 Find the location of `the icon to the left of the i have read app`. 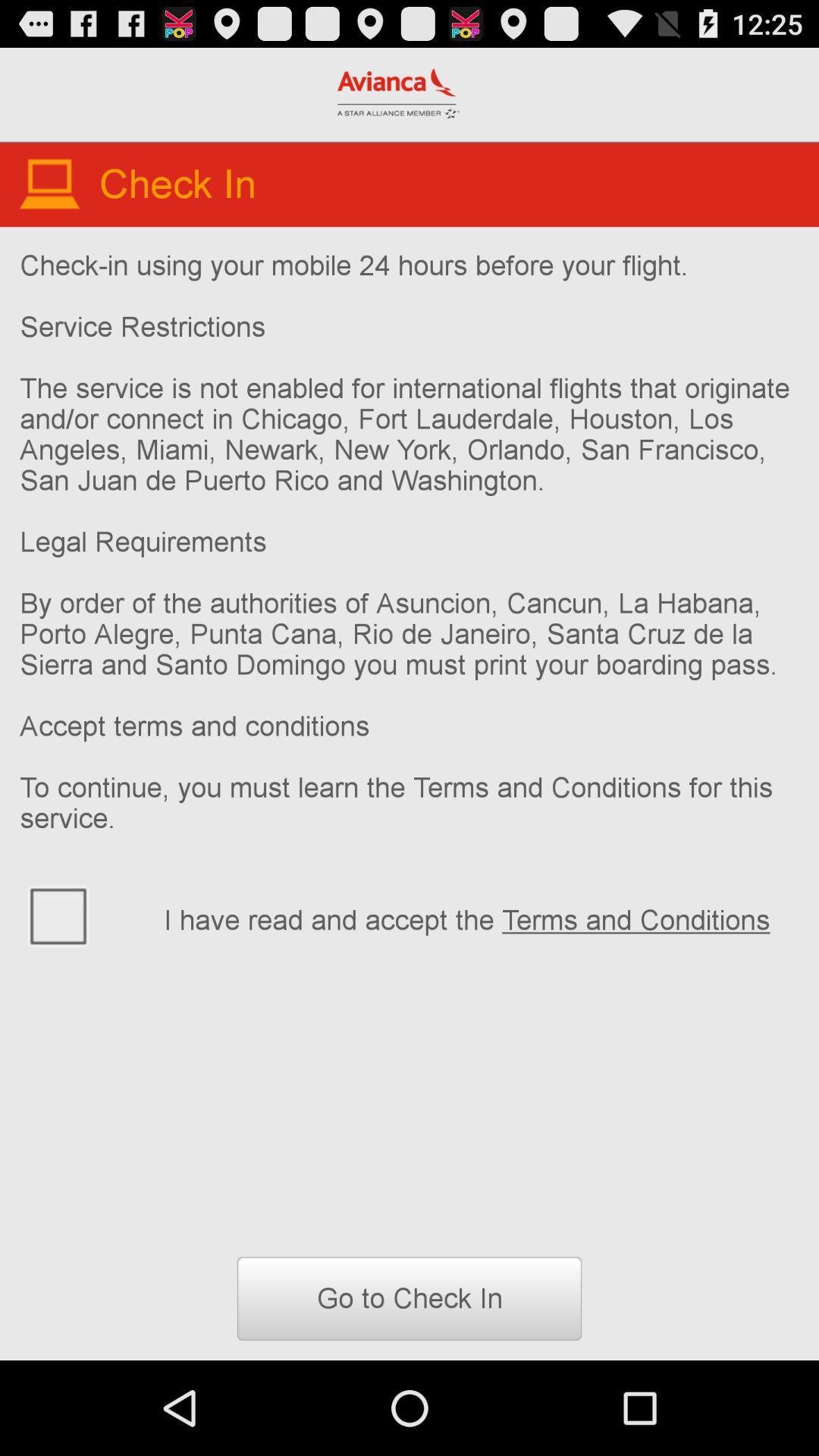

the icon to the left of the i have read app is located at coordinates (82, 914).